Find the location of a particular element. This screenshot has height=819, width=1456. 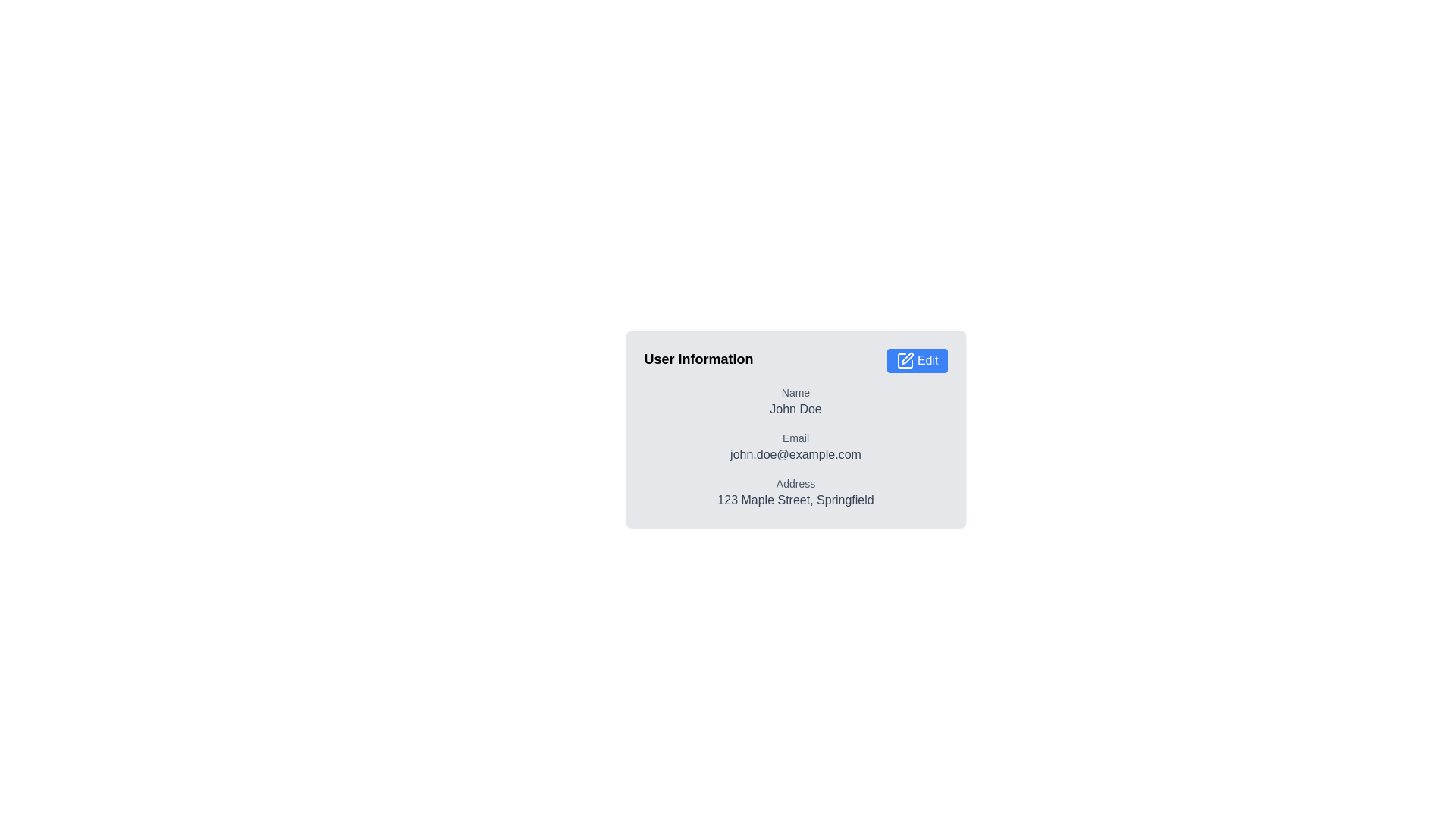

the interactive button located in the top-right corner of the 'User Information' card is located at coordinates (916, 360).